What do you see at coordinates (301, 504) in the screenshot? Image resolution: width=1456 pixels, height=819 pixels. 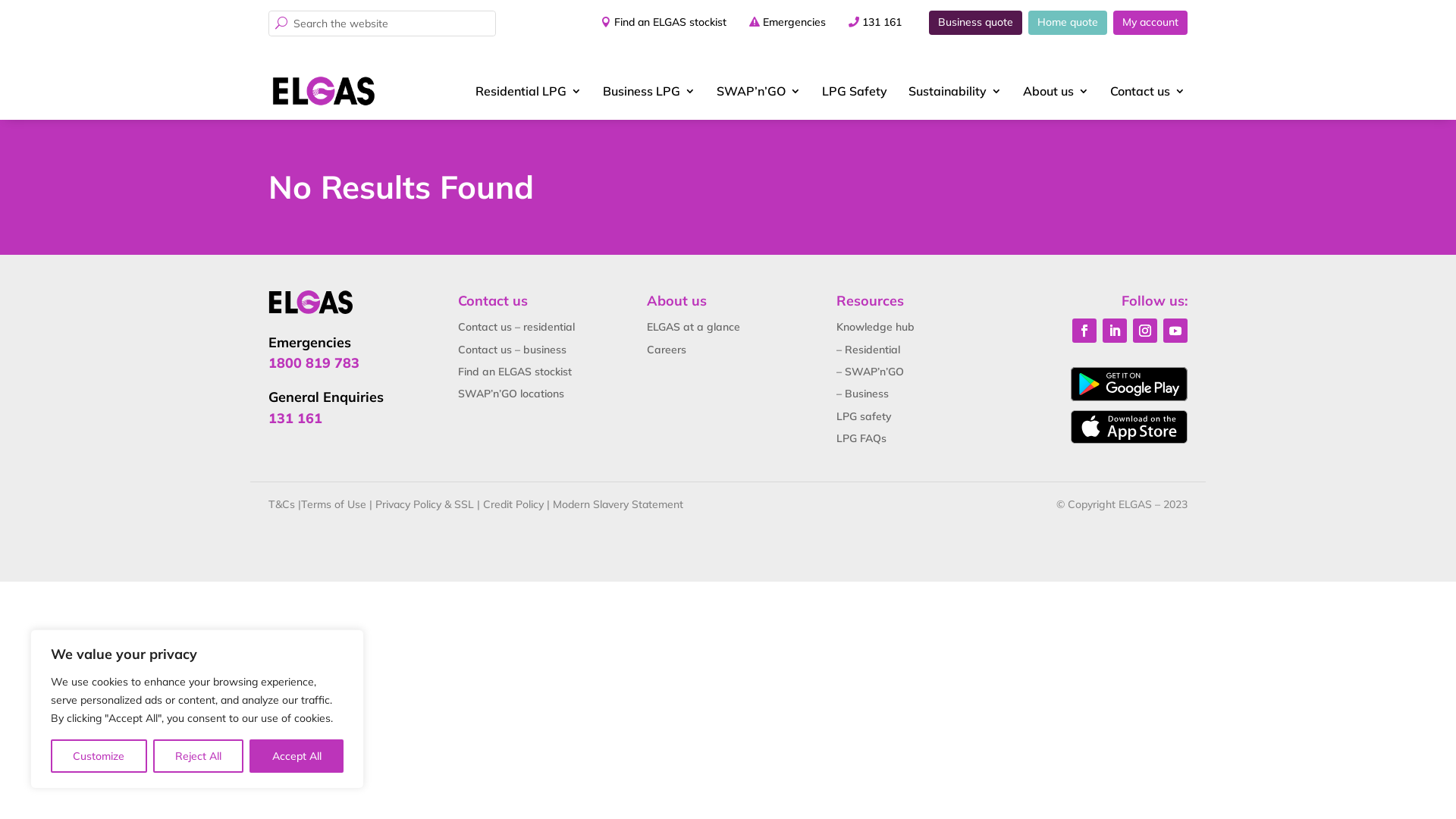 I see `'Terms of Use'` at bounding box center [301, 504].